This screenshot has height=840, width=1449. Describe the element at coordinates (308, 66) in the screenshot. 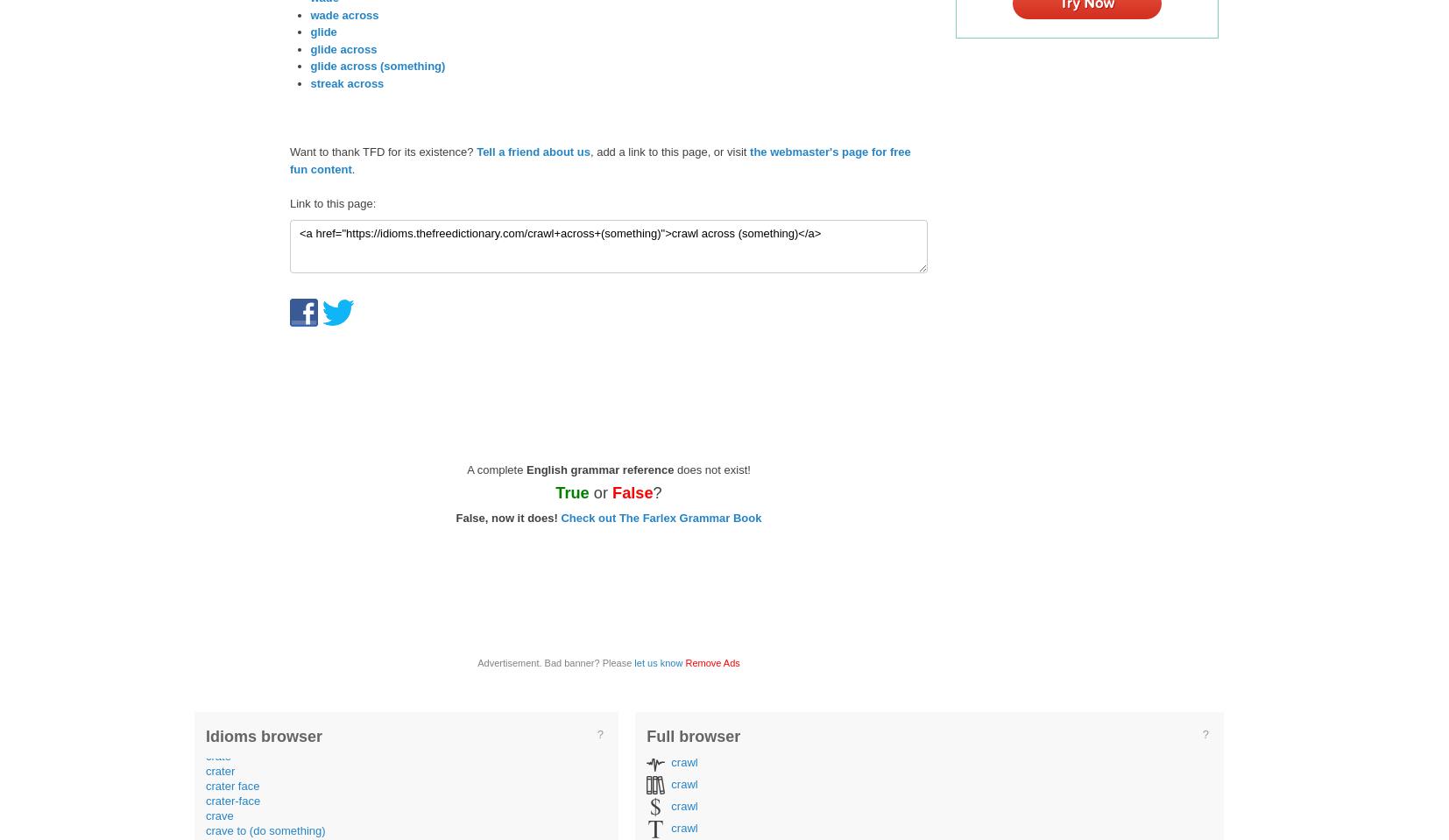

I see `'glide across (something)'` at that location.